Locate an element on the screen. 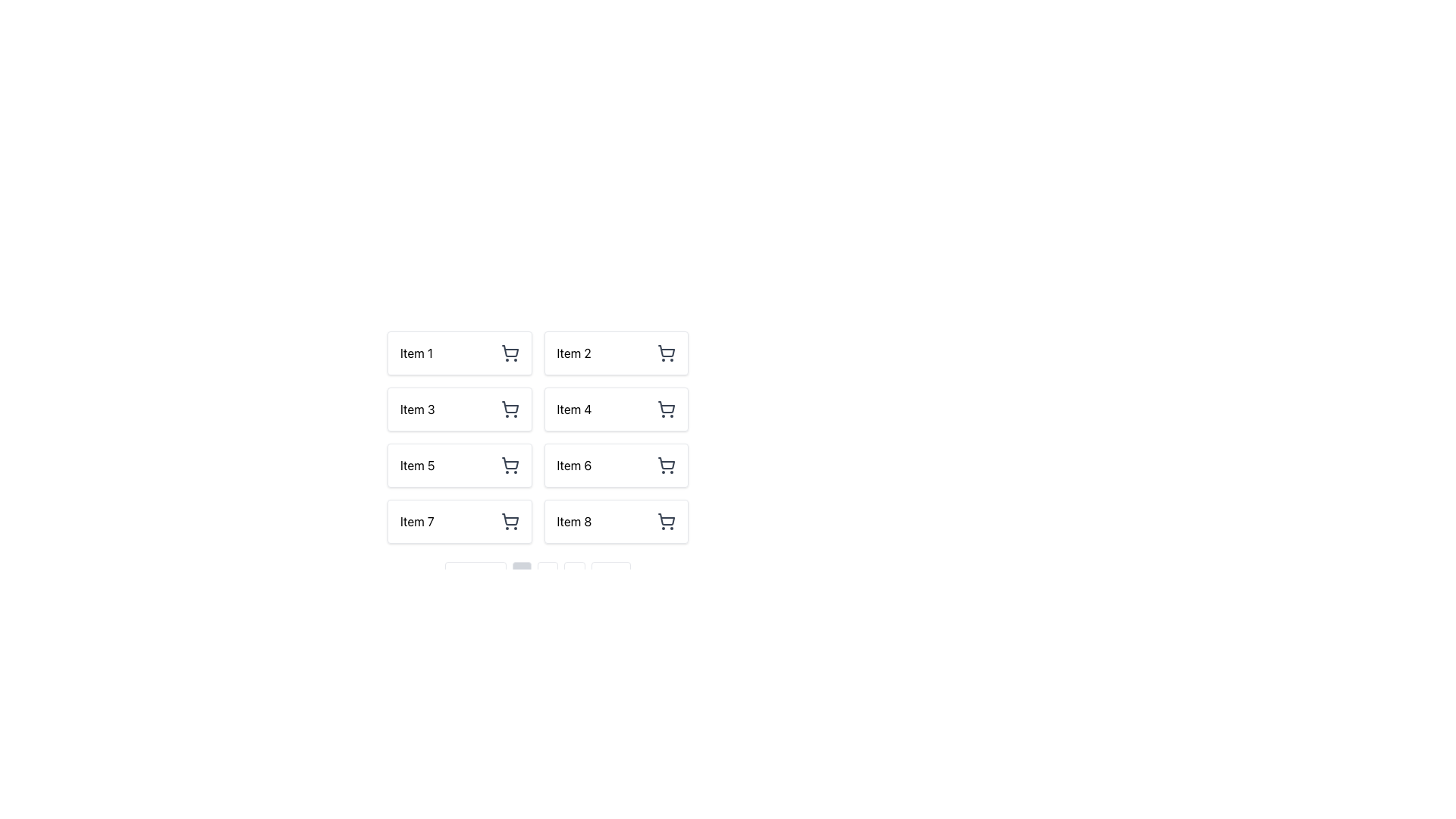 This screenshot has width=1456, height=819. the rectangular button with smooth rounded corners, labeled '2', located in the bottom-center pagination control is located at coordinates (547, 578).